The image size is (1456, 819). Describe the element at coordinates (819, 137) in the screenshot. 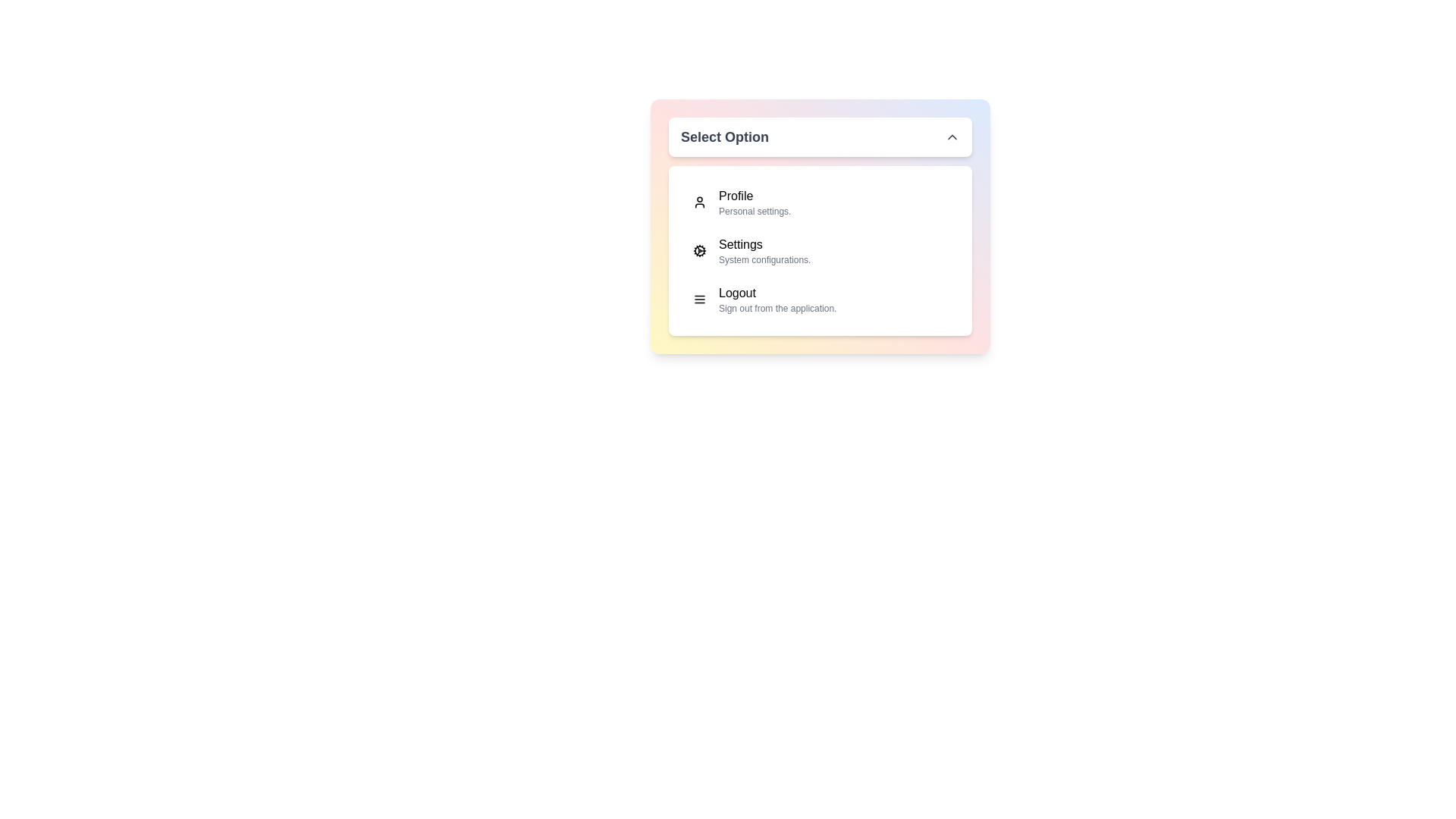

I see `the dropdown button to toggle the menu visibility` at that location.